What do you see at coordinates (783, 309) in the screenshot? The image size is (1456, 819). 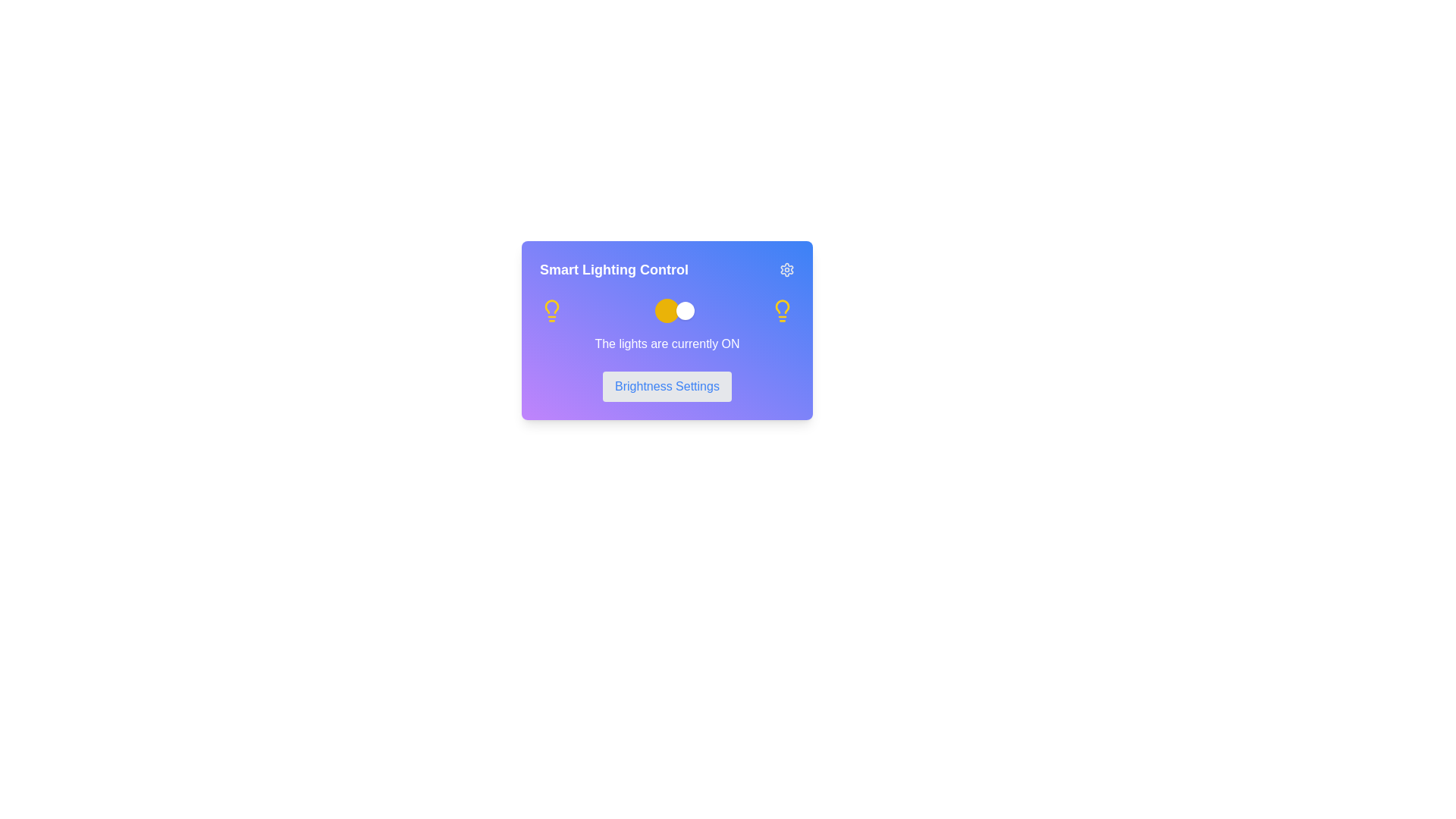 I see `the lighting indicator icon located in the top-right corner of the 'Smart Lighting Control' panel, next to the text 'The lights are currently ON.'` at bounding box center [783, 309].